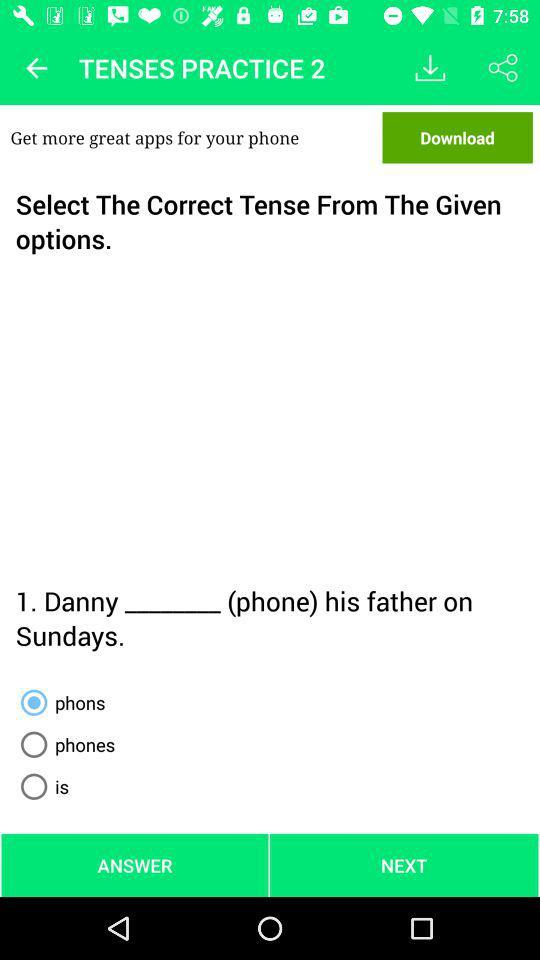 Image resolution: width=540 pixels, height=960 pixels. What do you see at coordinates (36, 68) in the screenshot?
I see `icon next to tenses practice 2 app` at bounding box center [36, 68].